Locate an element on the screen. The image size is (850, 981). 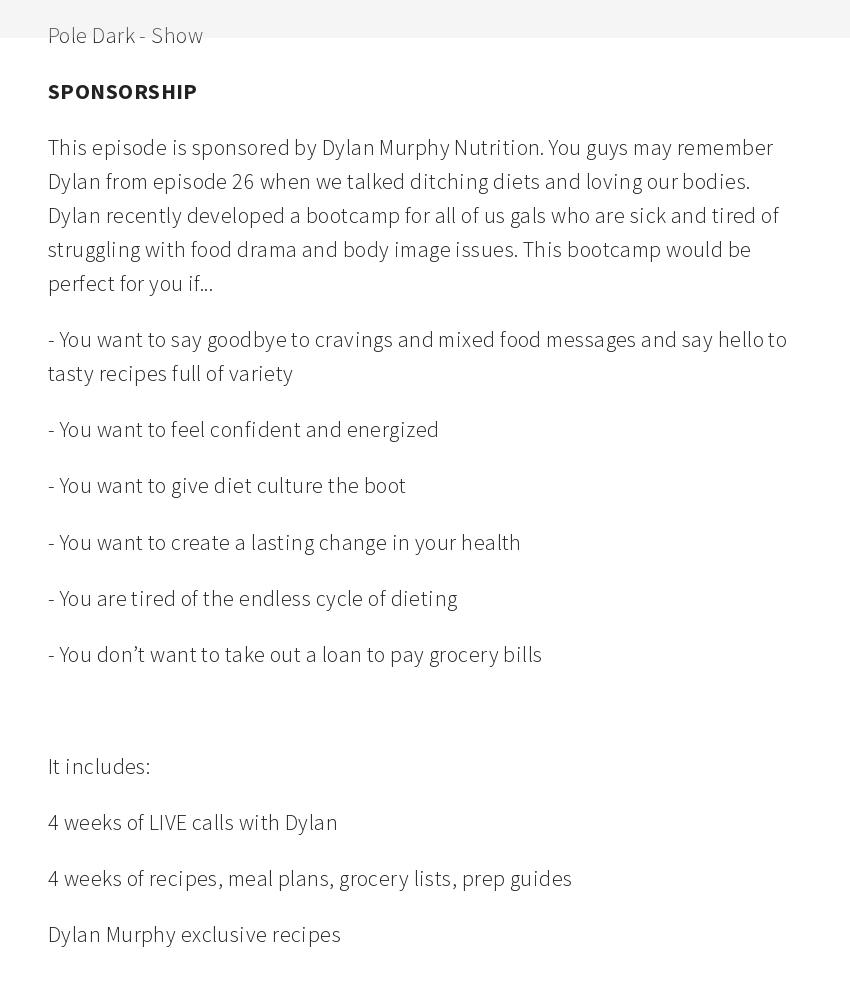
'- You want to say goodbye to cravings and mixed food messages and say hello to tasty recipes full of variety' is located at coordinates (419, 355).